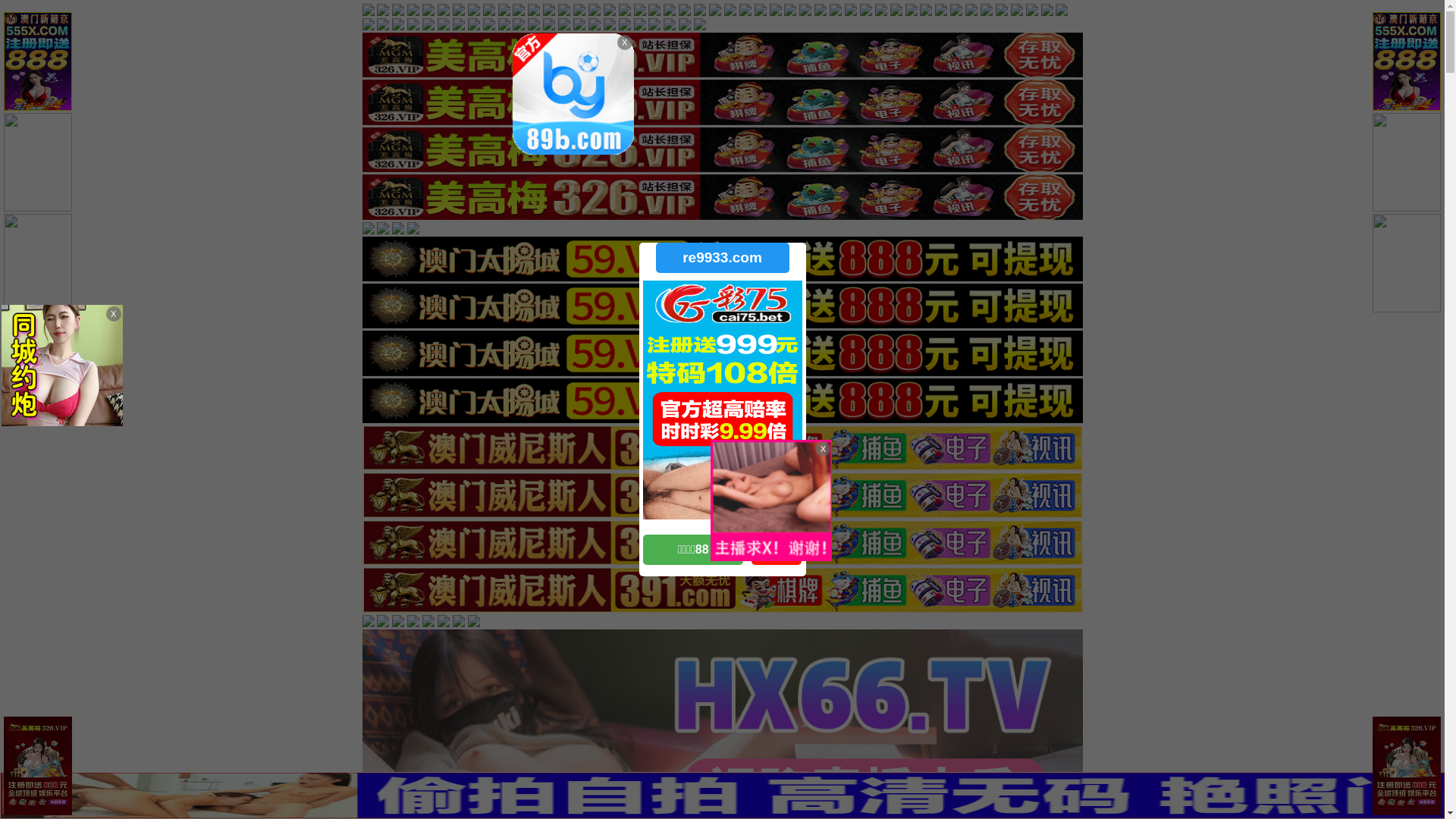 The image size is (1456, 819). Describe the element at coordinates (720, 256) in the screenshot. I see `'re9933.com'` at that location.